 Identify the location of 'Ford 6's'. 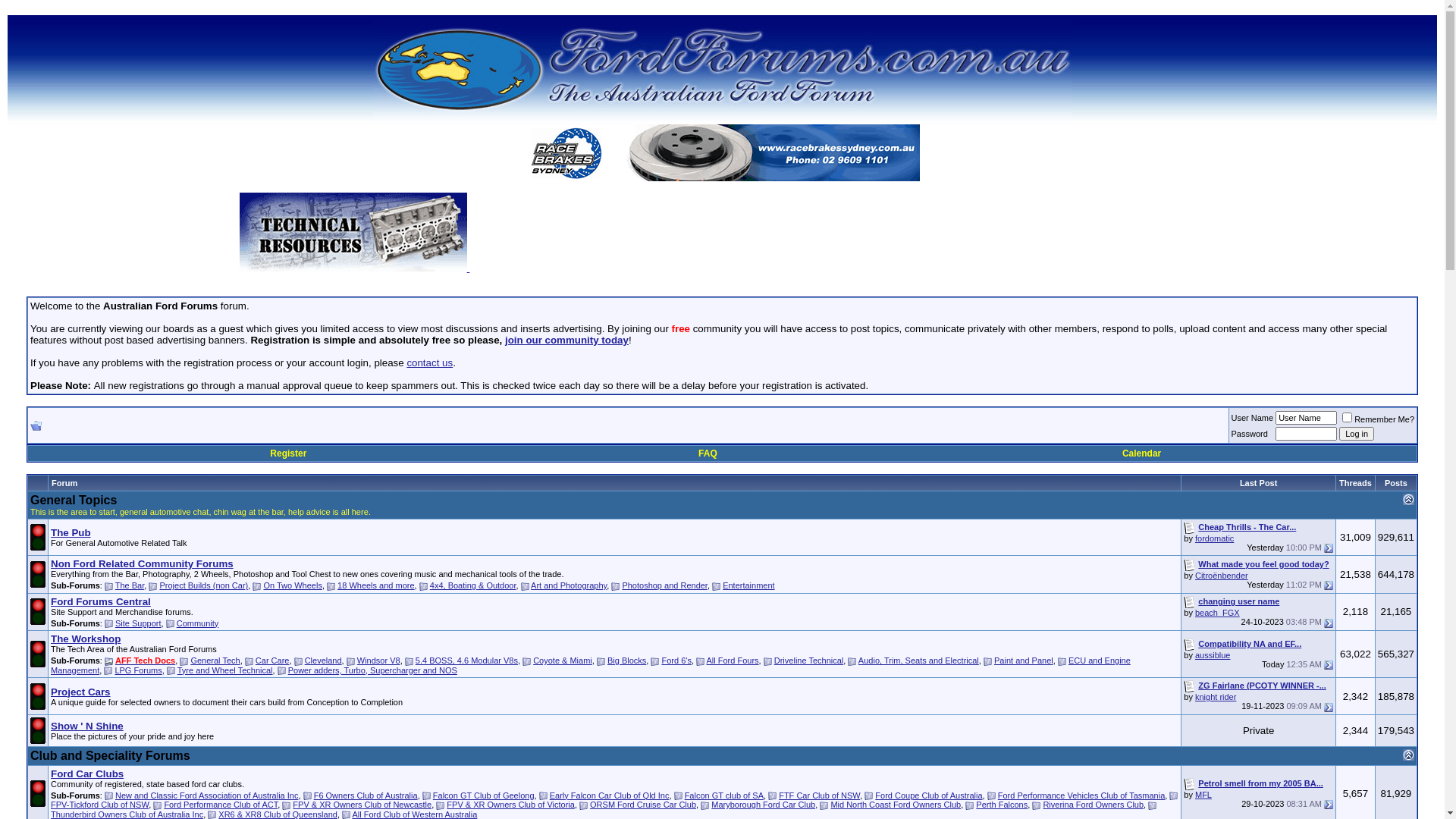
(676, 660).